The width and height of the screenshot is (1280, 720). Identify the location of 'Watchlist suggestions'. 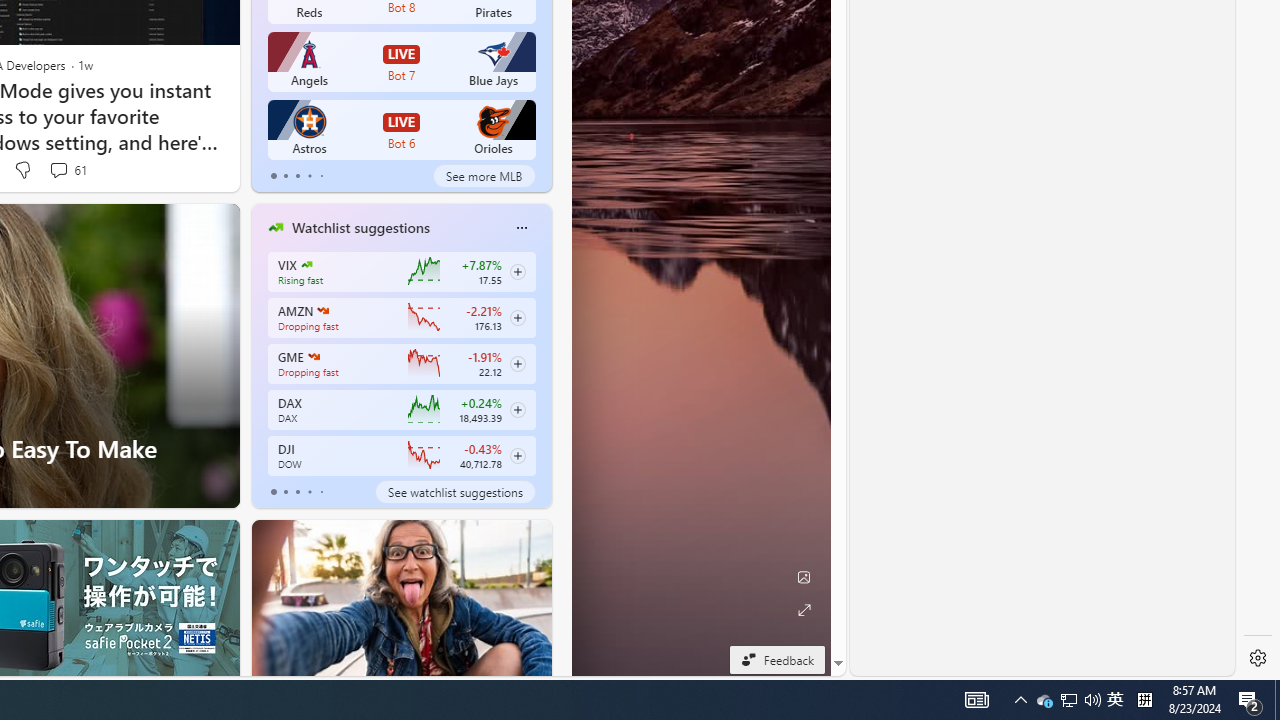
(360, 226).